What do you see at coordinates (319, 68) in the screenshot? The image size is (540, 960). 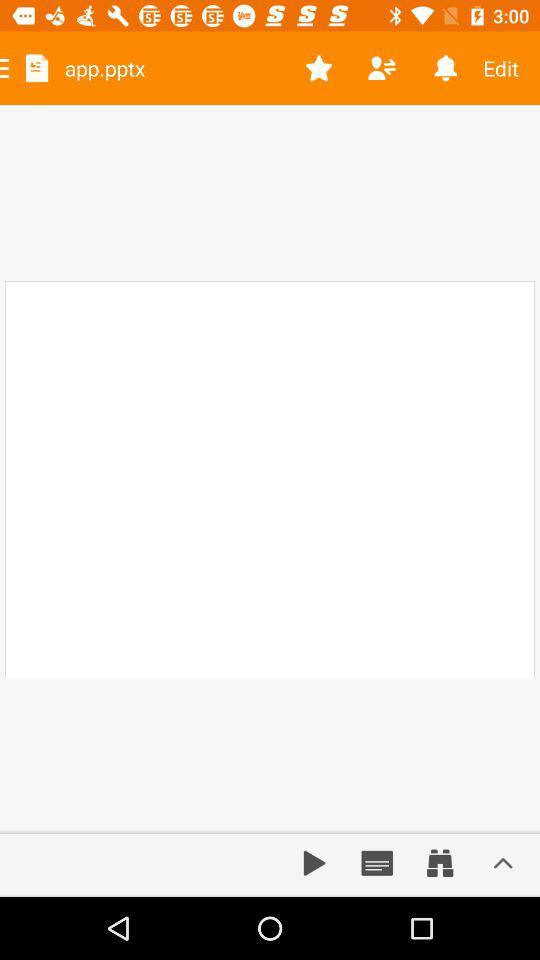 I see `the item to the right of app.pptx` at bounding box center [319, 68].